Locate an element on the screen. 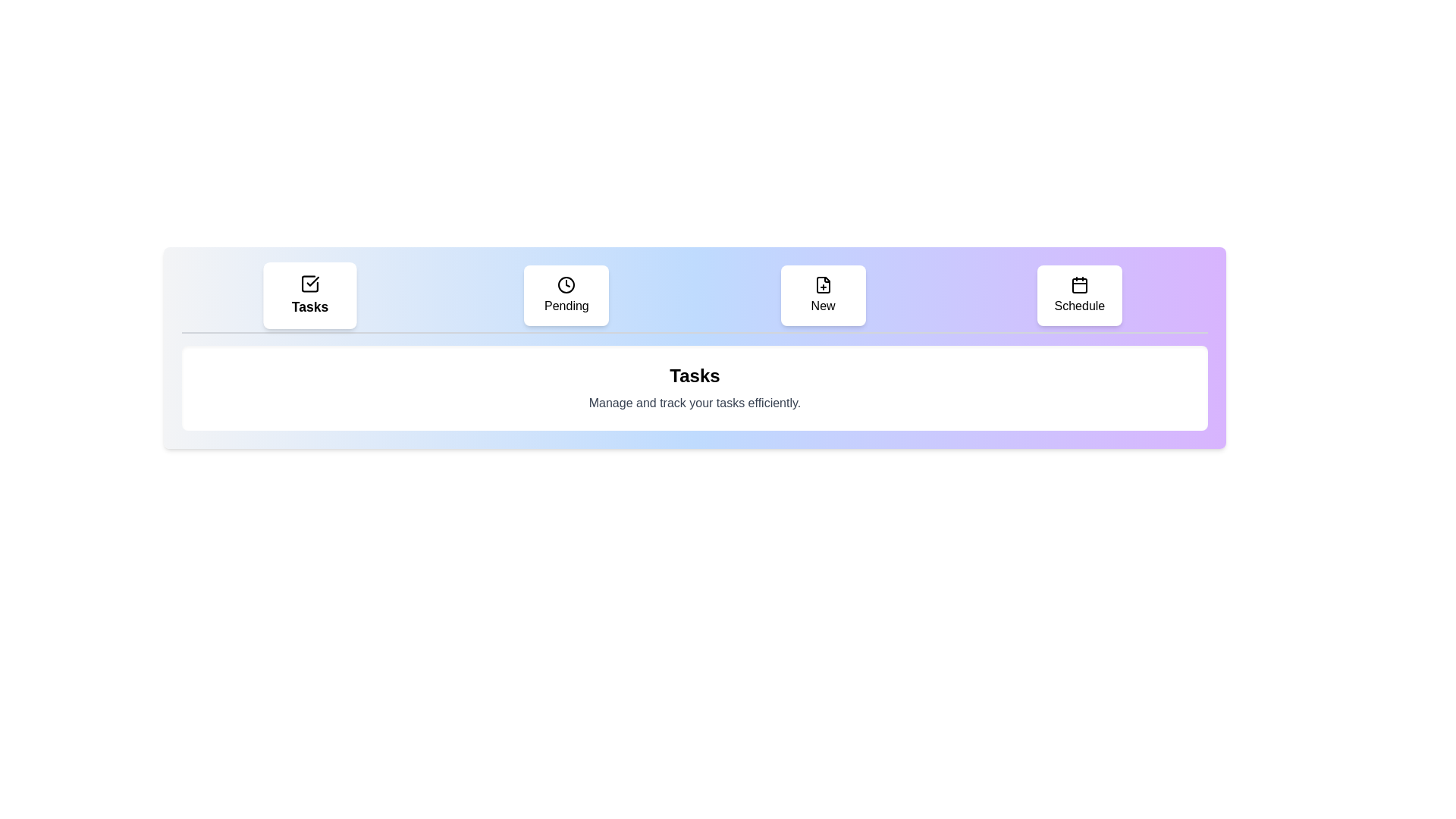  the tab labeled Schedule to observe its hover effect is located at coordinates (1078, 295).